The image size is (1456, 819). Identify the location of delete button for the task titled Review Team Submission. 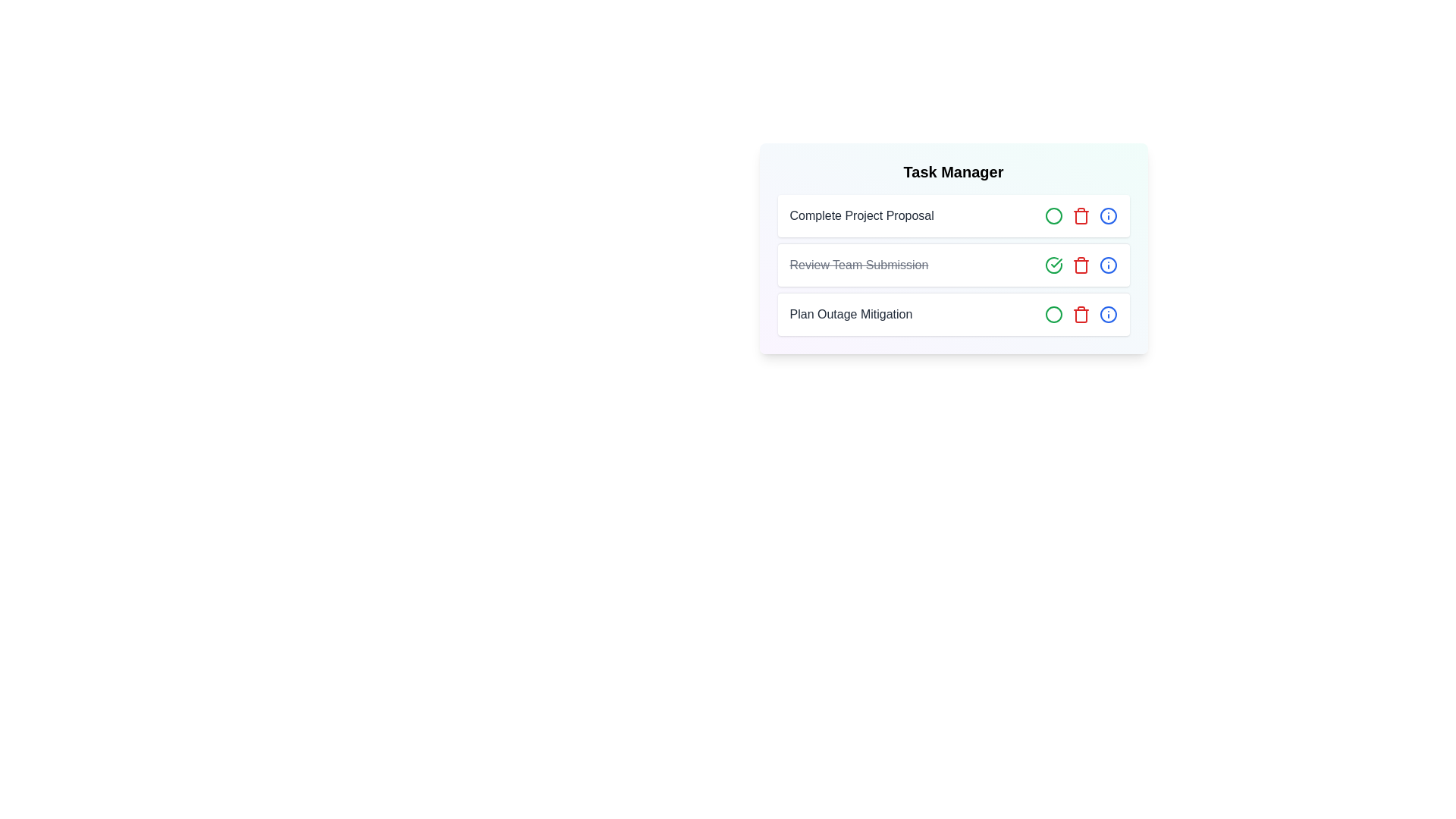
(1080, 265).